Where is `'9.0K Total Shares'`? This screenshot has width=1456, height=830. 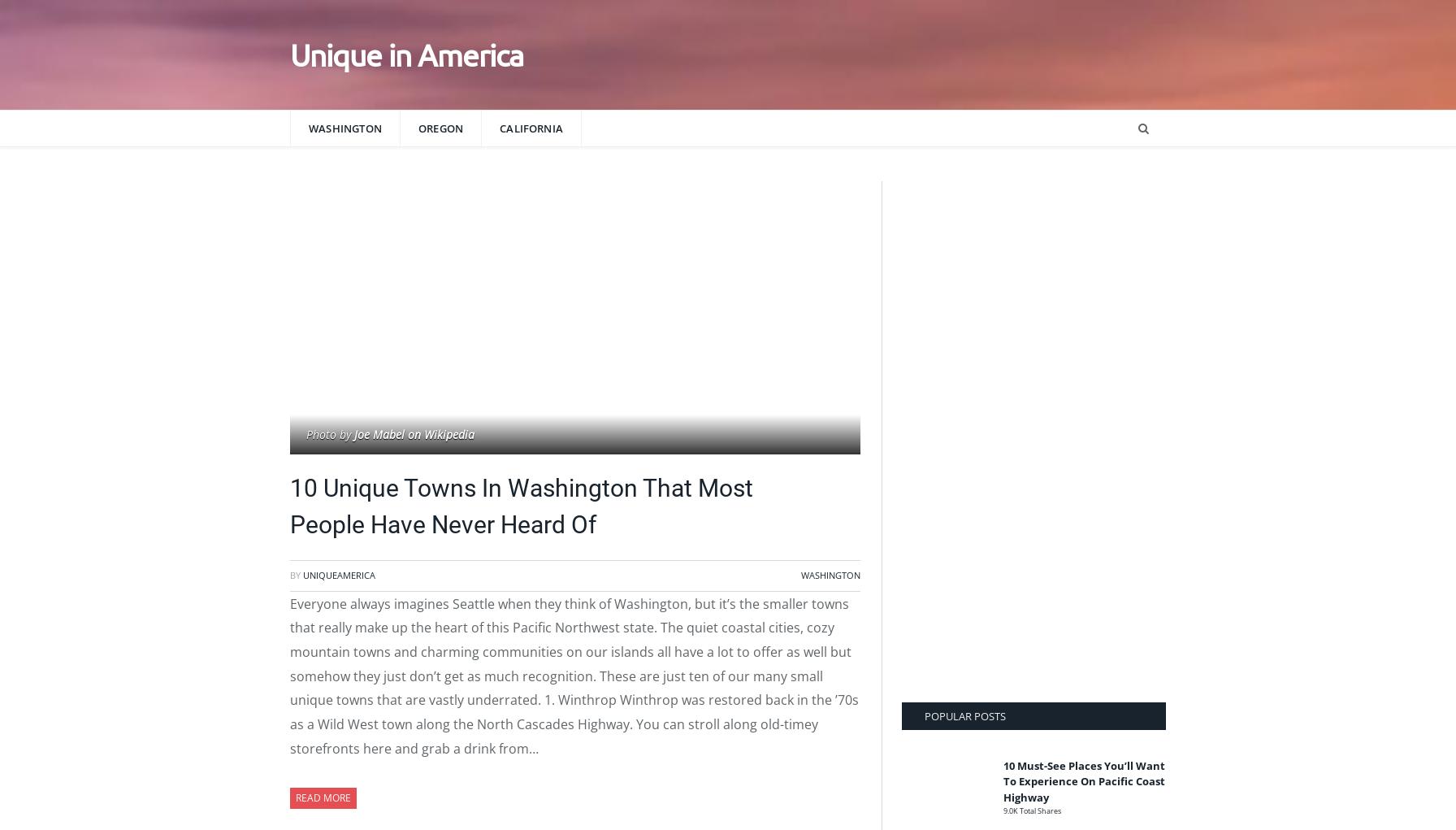
'9.0K Total Shares' is located at coordinates (1032, 810).